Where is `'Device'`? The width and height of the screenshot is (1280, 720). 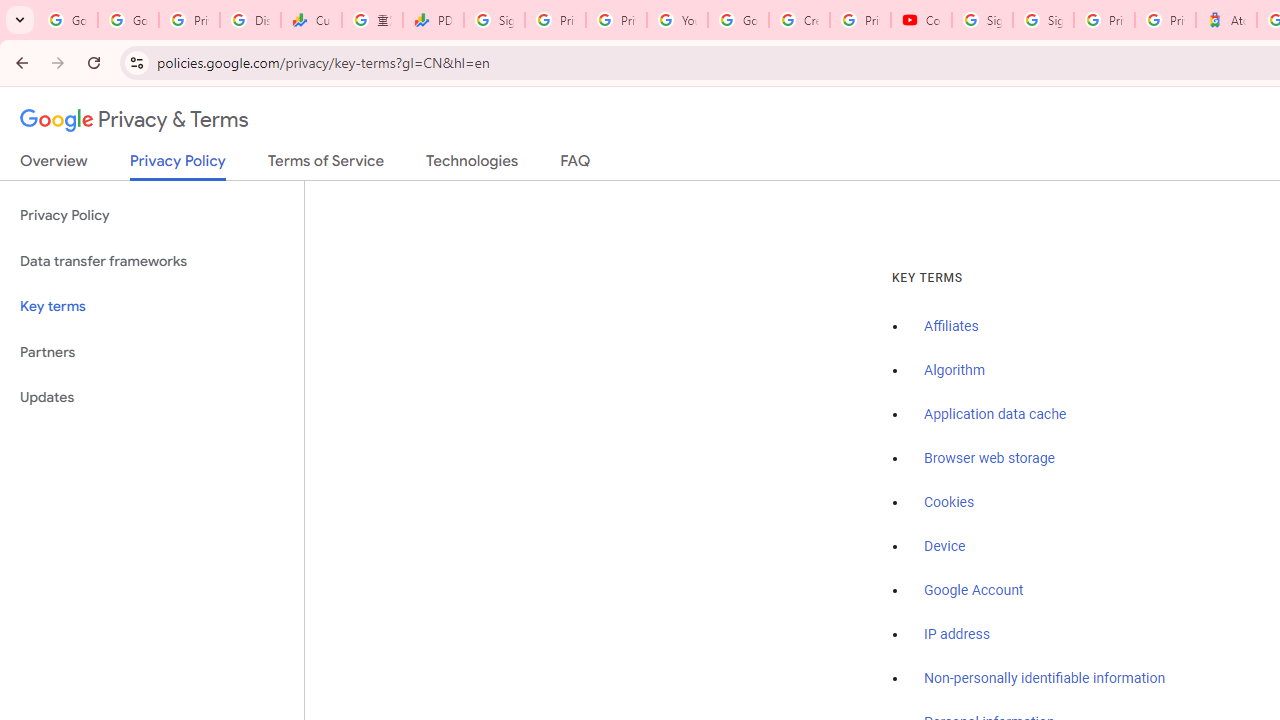 'Device' is located at coordinates (944, 546).